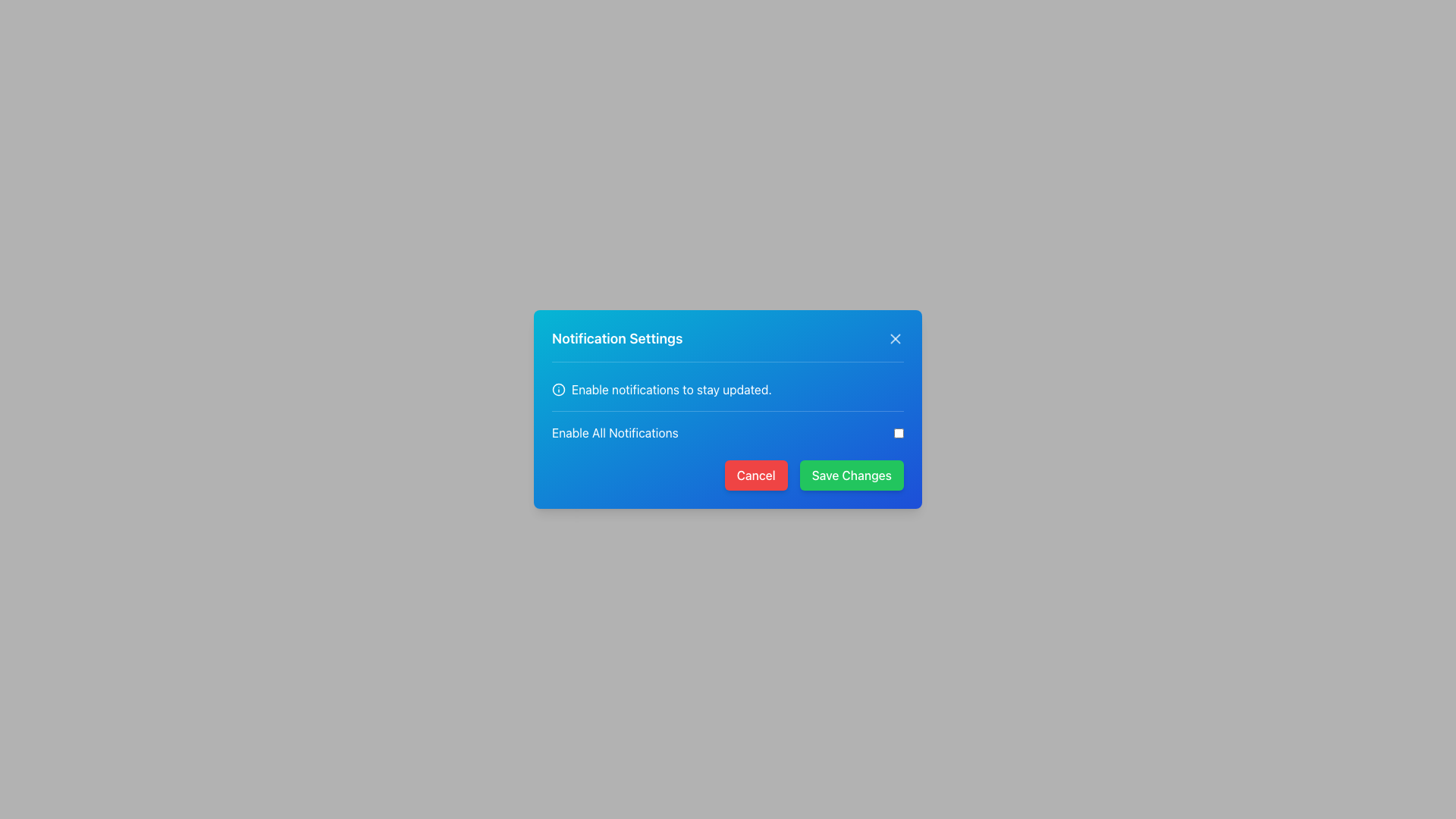  I want to click on the interactive 'X' icon button located in the 'Notification Settings' header section, so click(895, 338).